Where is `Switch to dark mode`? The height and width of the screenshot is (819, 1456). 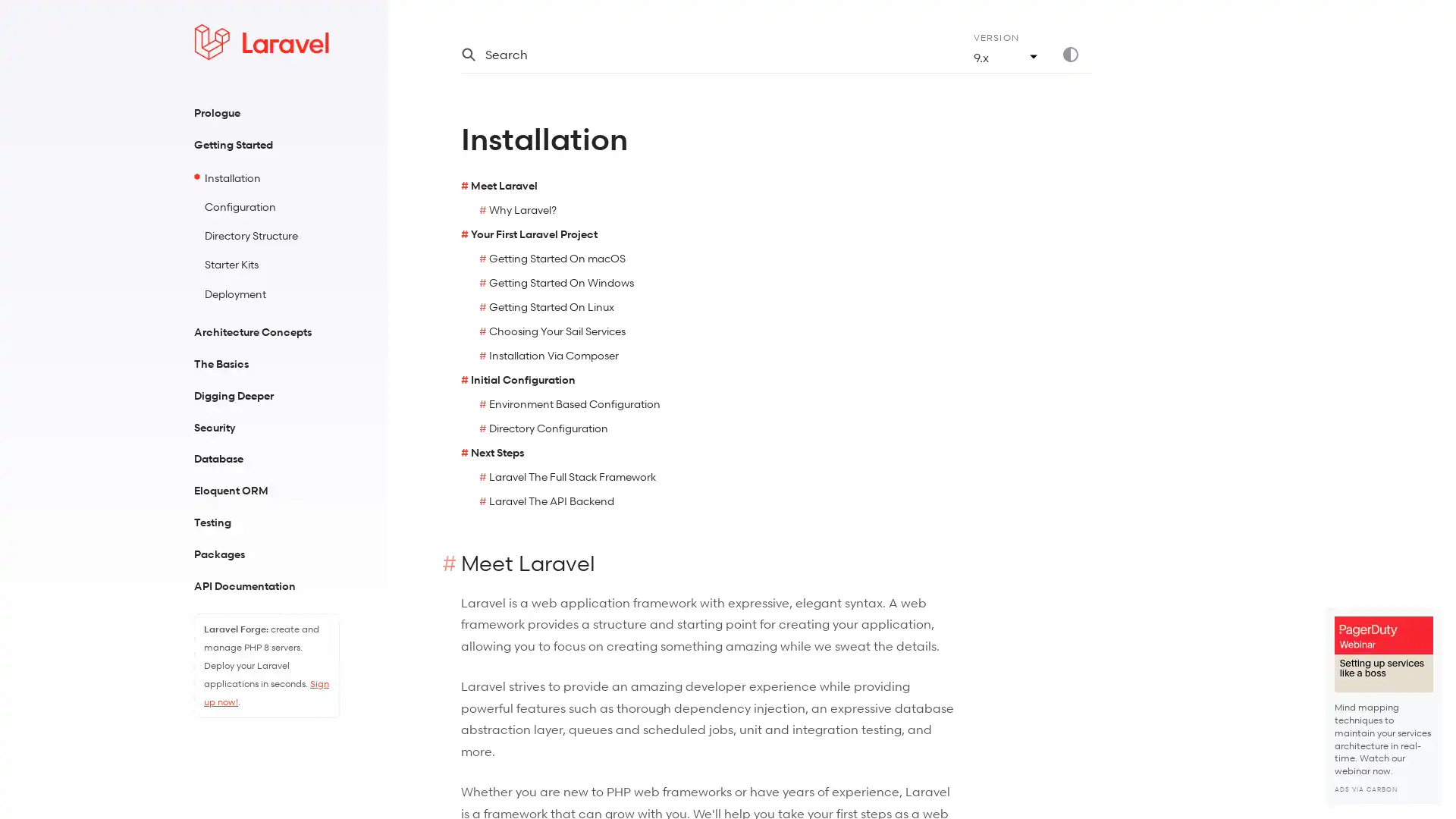
Switch to dark mode is located at coordinates (1076, 54).